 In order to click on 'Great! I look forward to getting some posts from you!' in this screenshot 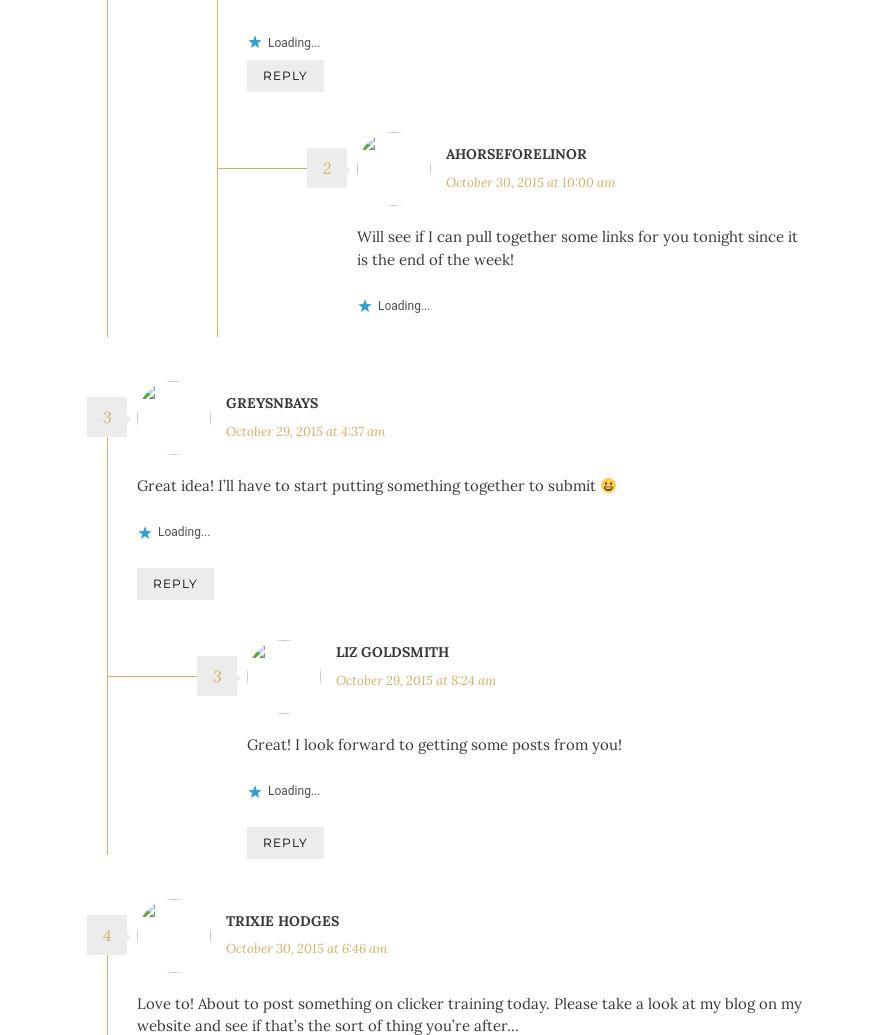, I will do `click(433, 804)`.